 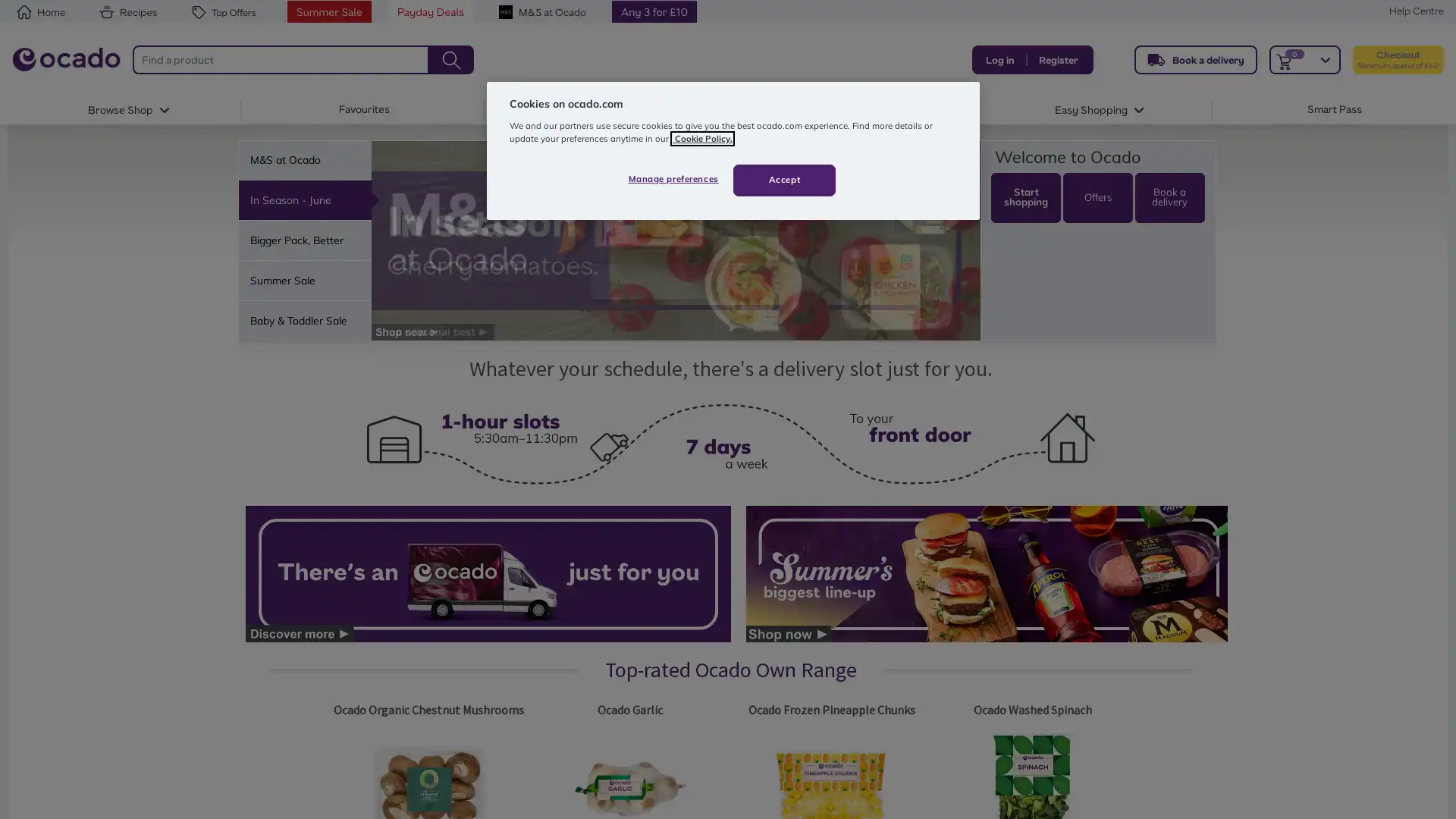 What do you see at coordinates (784, 178) in the screenshot?
I see `Accept` at bounding box center [784, 178].